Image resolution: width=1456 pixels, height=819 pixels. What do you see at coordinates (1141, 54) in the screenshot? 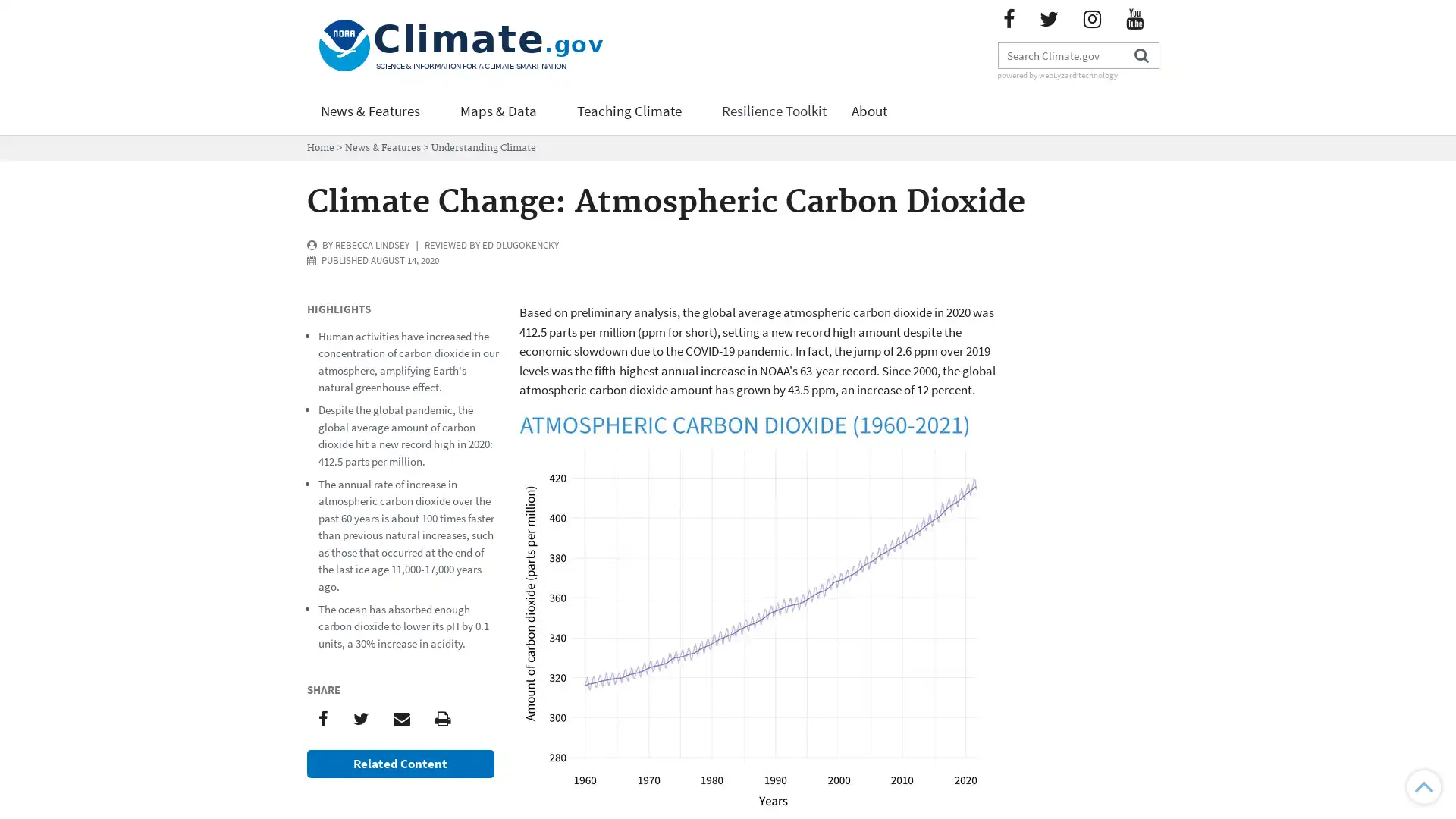
I see `Search` at bounding box center [1141, 54].